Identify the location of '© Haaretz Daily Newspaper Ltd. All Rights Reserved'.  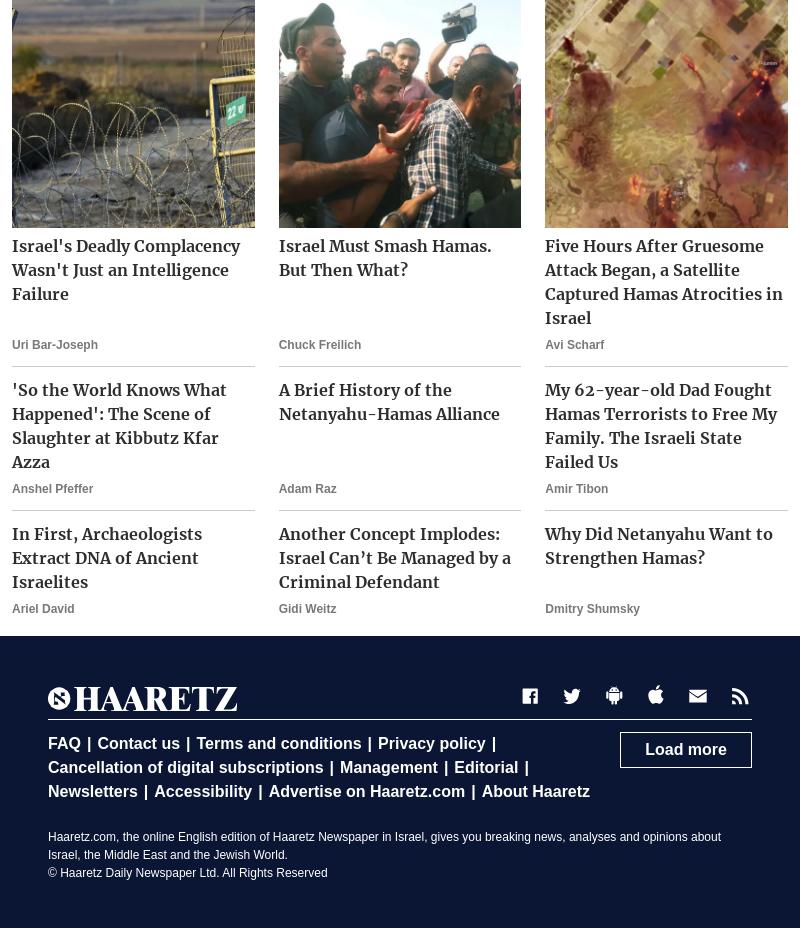
(186, 872).